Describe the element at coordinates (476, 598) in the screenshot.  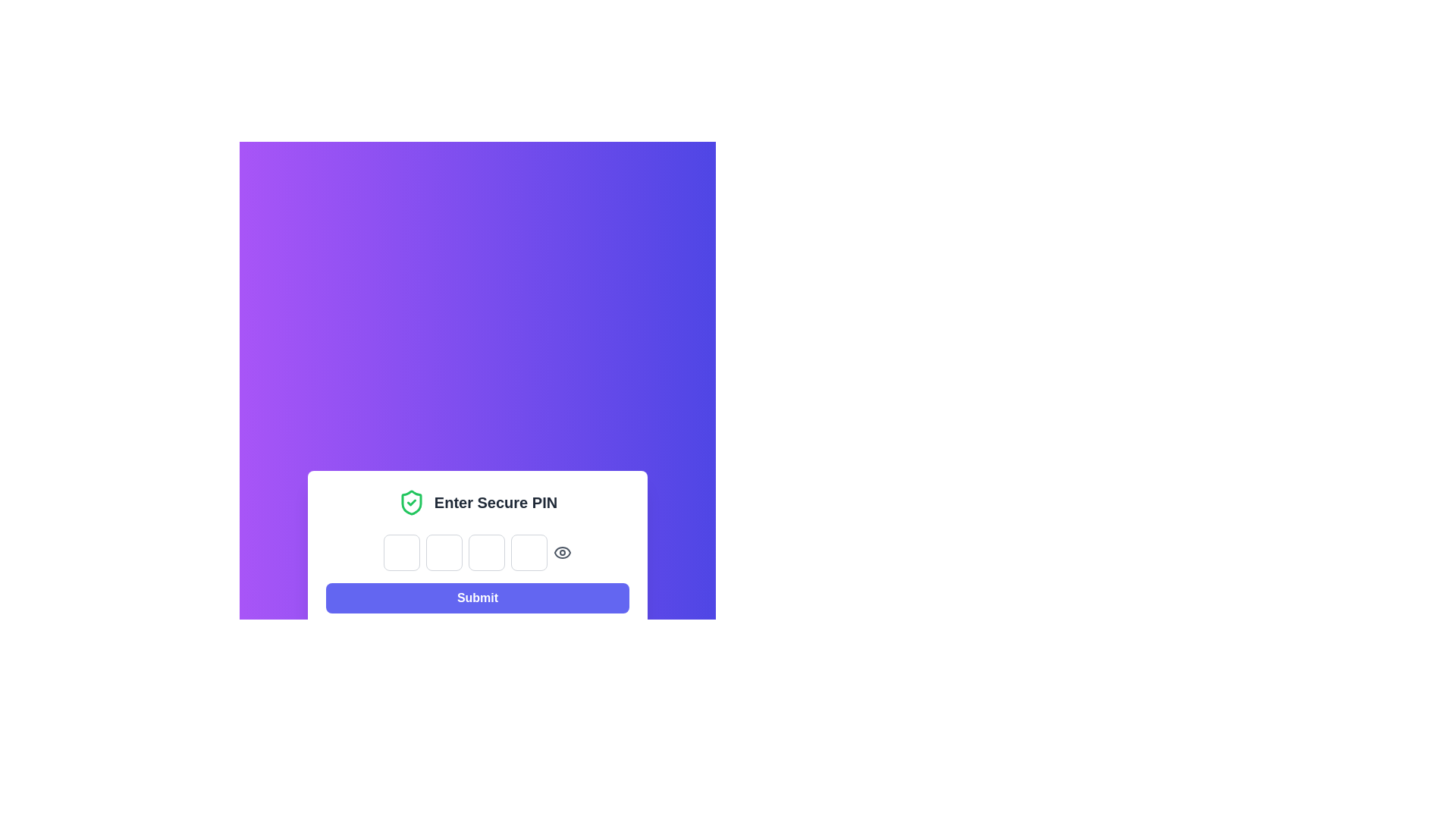
I see `the 'Submit' button, which is a rectangular button with rounded corners, filled with indigo color and containing bold white text, centered within the button` at that location.